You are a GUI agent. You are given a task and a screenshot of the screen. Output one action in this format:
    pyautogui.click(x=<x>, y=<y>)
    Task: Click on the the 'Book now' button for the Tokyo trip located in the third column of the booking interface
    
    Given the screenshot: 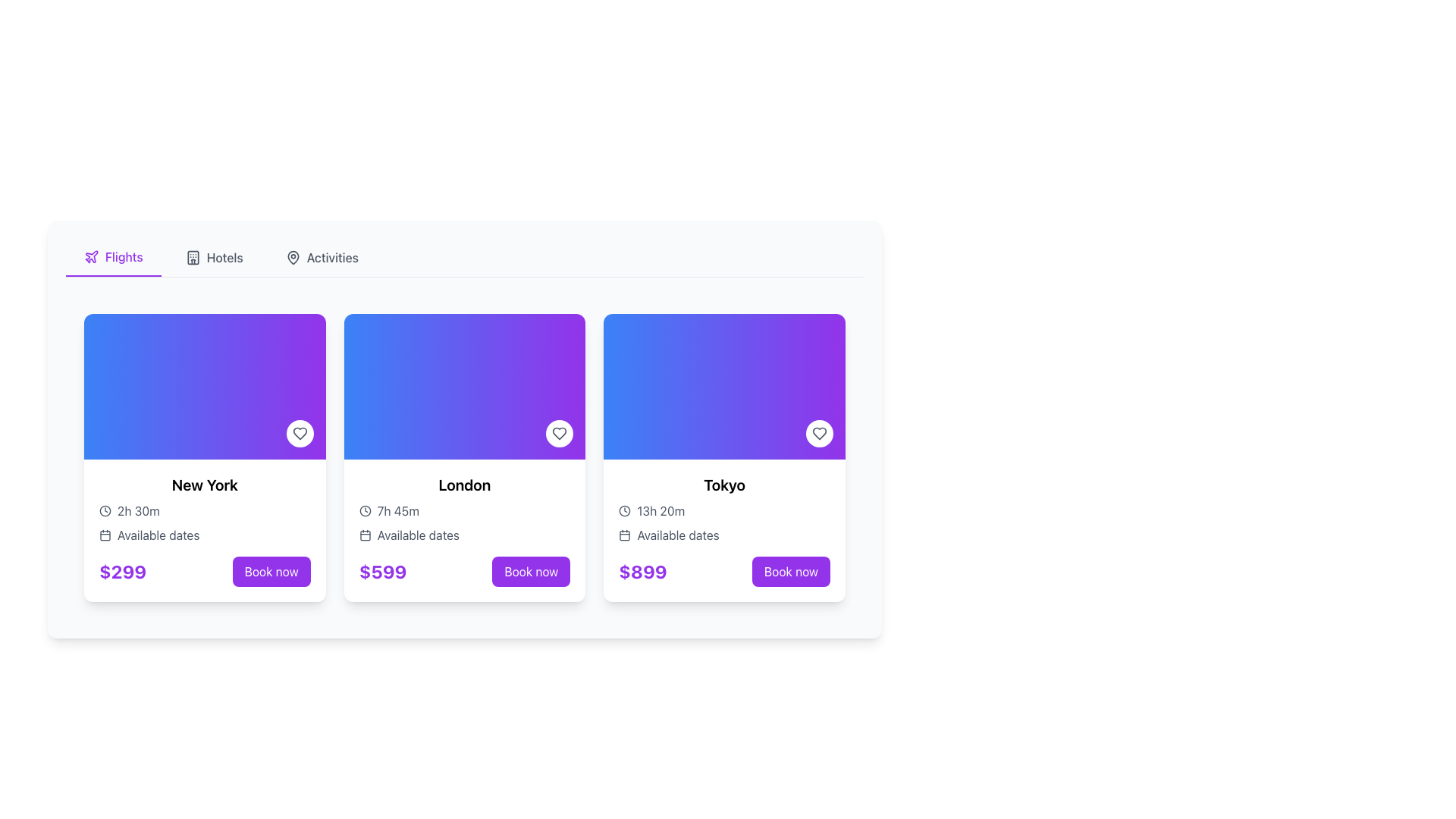 What is the action you would take?
    pyautogui.click(x=790, y=571)
    